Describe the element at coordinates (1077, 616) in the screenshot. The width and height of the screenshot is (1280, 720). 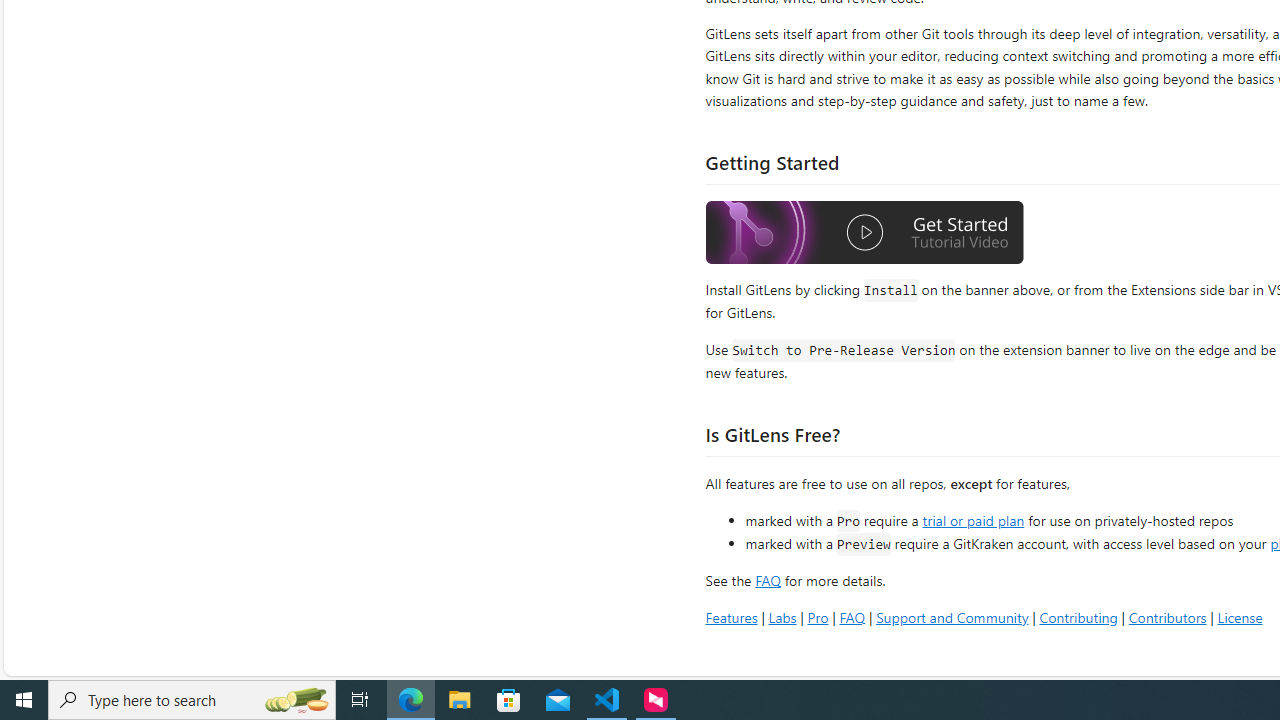
I see `'Contributing'` at that location.